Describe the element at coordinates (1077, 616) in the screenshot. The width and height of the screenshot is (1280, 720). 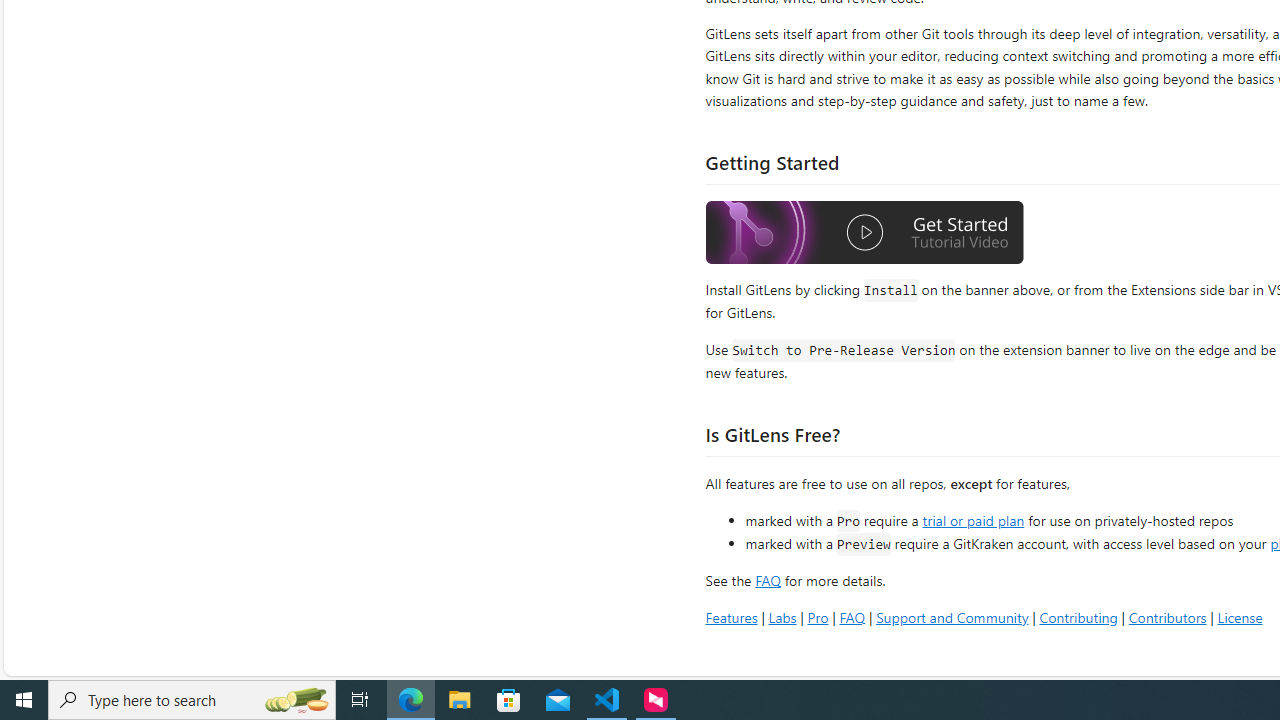
I see `'Contributing'` at that location.